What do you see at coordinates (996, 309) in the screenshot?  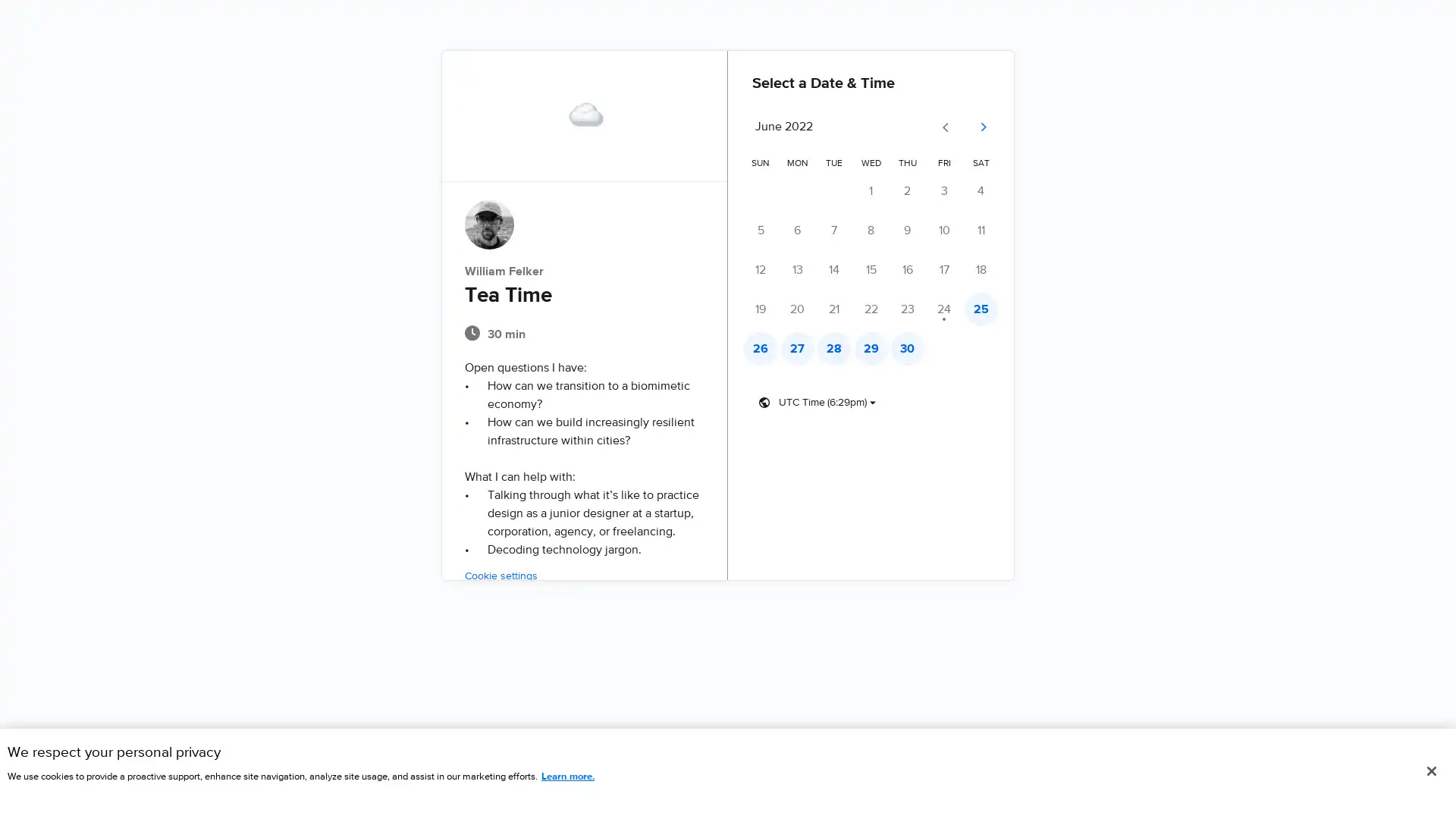 I see `Saturday, June 25 - Times available` at bounding box center [996, 309].